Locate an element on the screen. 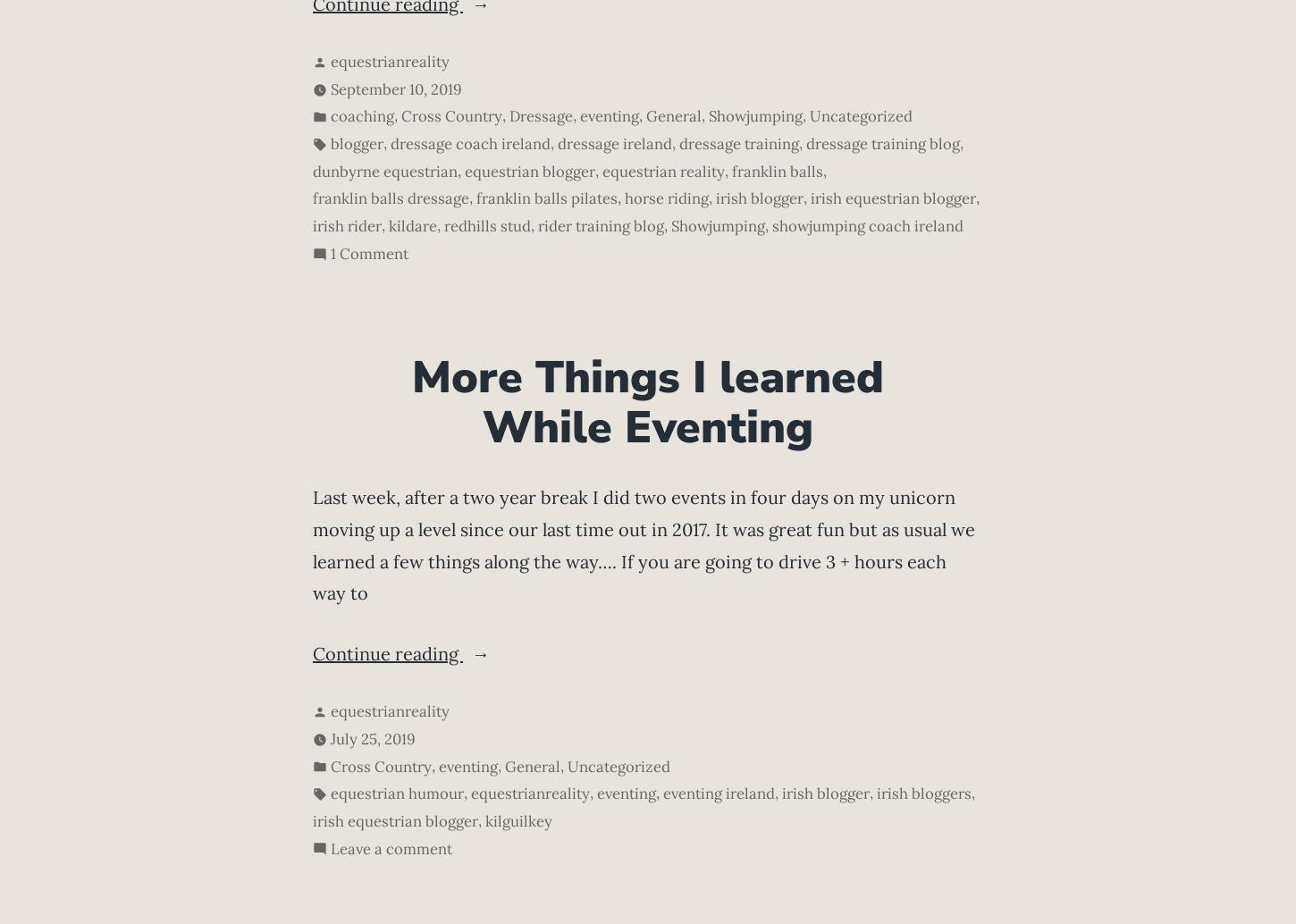 Image resolution: width=1296 pixels, height=924 pixels. 'More Things I learned While Eventing' is located at coordinates (648, 402).